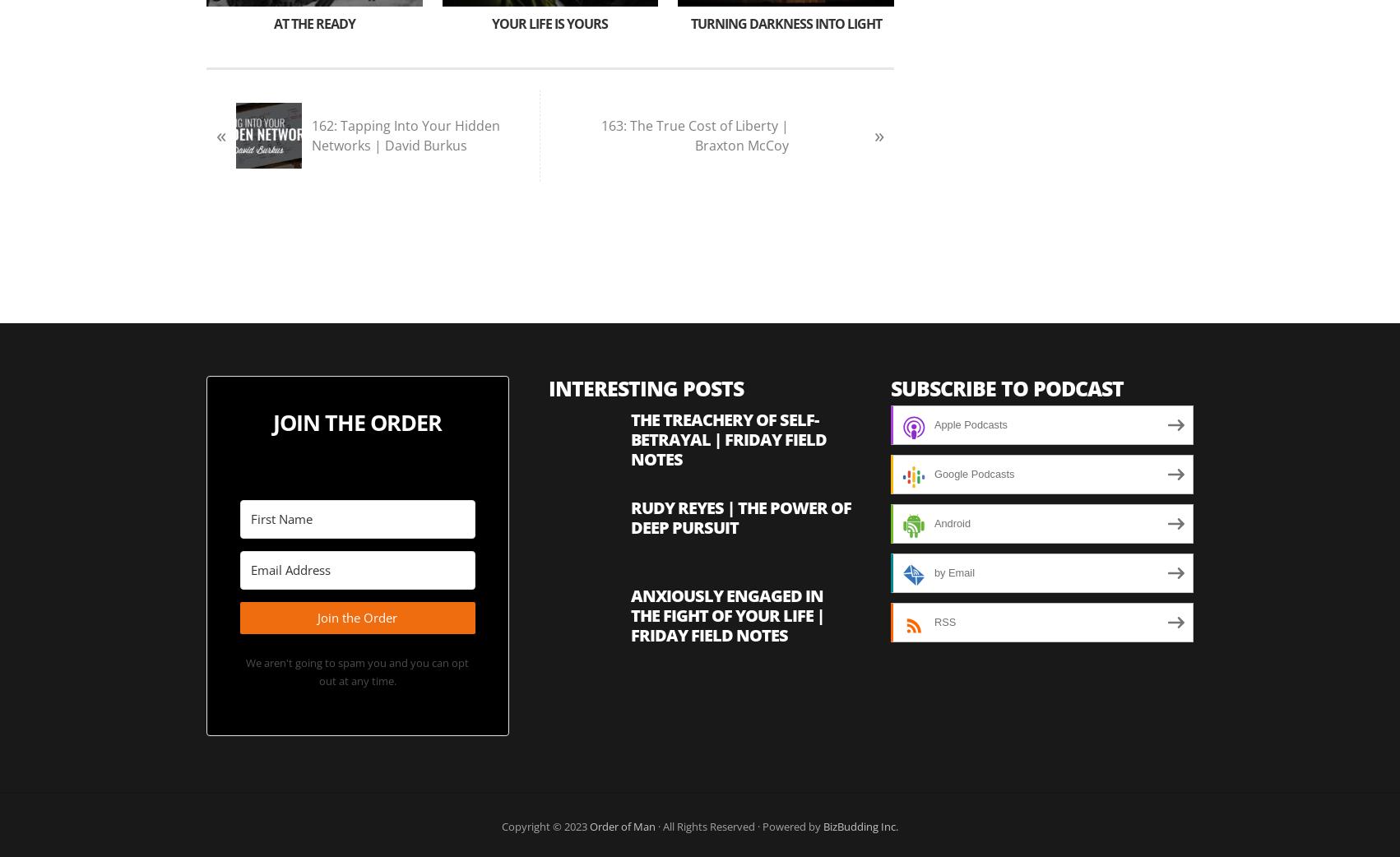 This screenshot has width=1400, height=857. What do you see at coordinates (785, 22) in the screenshot?
I see `'Turning Darkness Into Light'` at bounding box center [785, 22].